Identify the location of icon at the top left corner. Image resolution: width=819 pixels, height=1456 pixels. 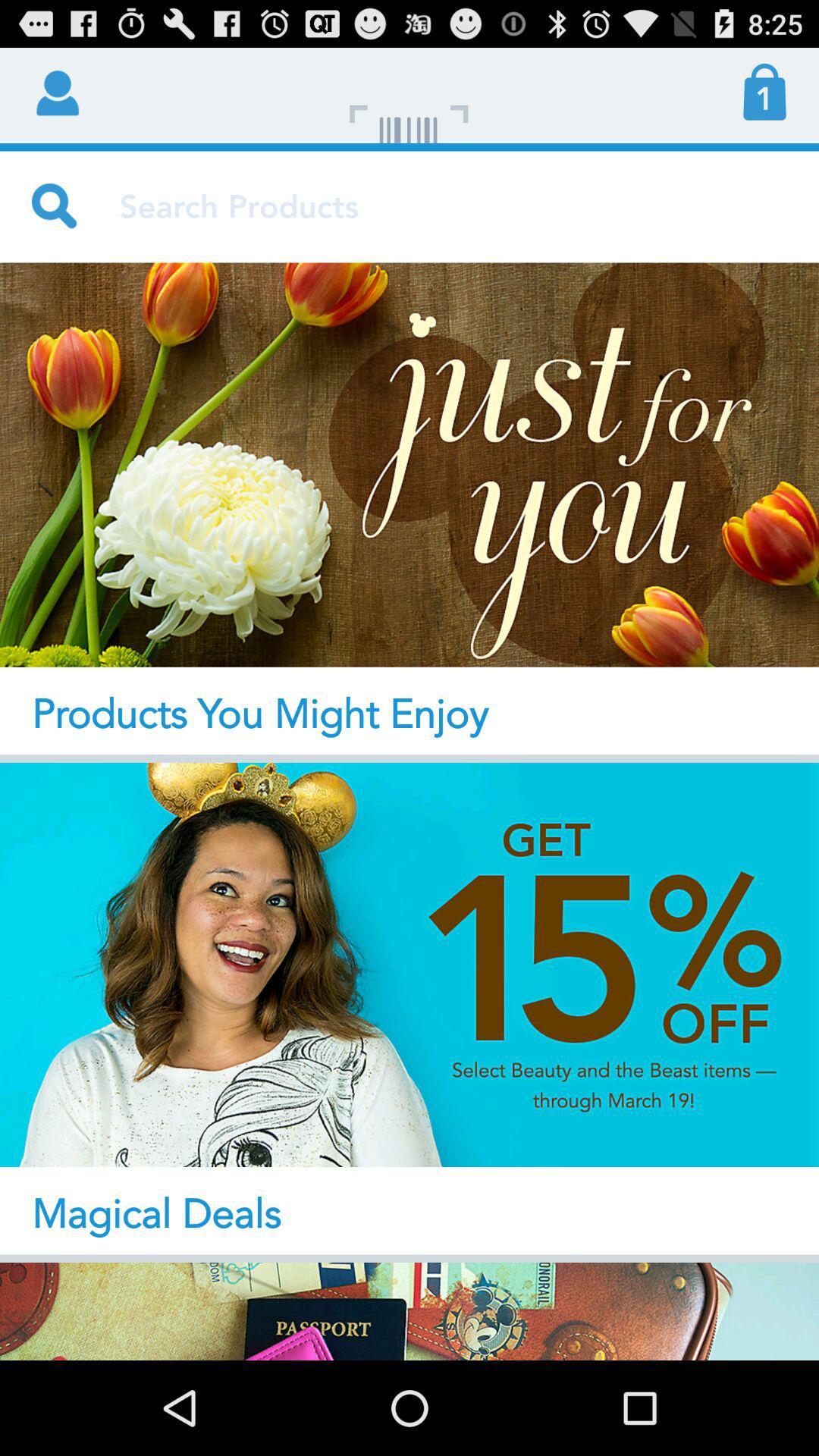
(55, 90).